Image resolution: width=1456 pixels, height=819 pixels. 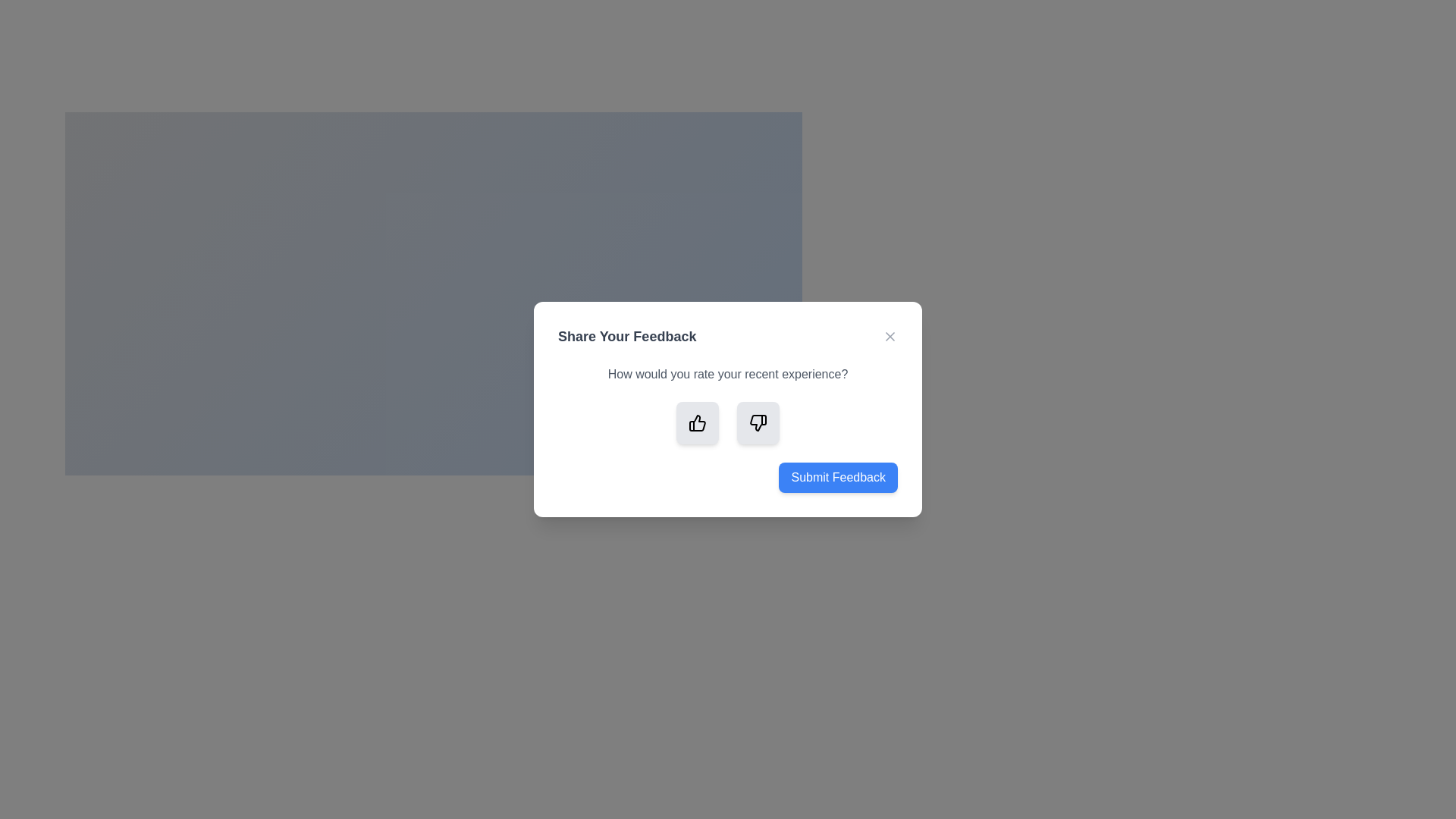 What do you see at coordinates (890, 335) in the screenshot?
I see `the close button located in the top-right corner of the 'Share Your Feedback' modal header` at bounding box center [890, 335].